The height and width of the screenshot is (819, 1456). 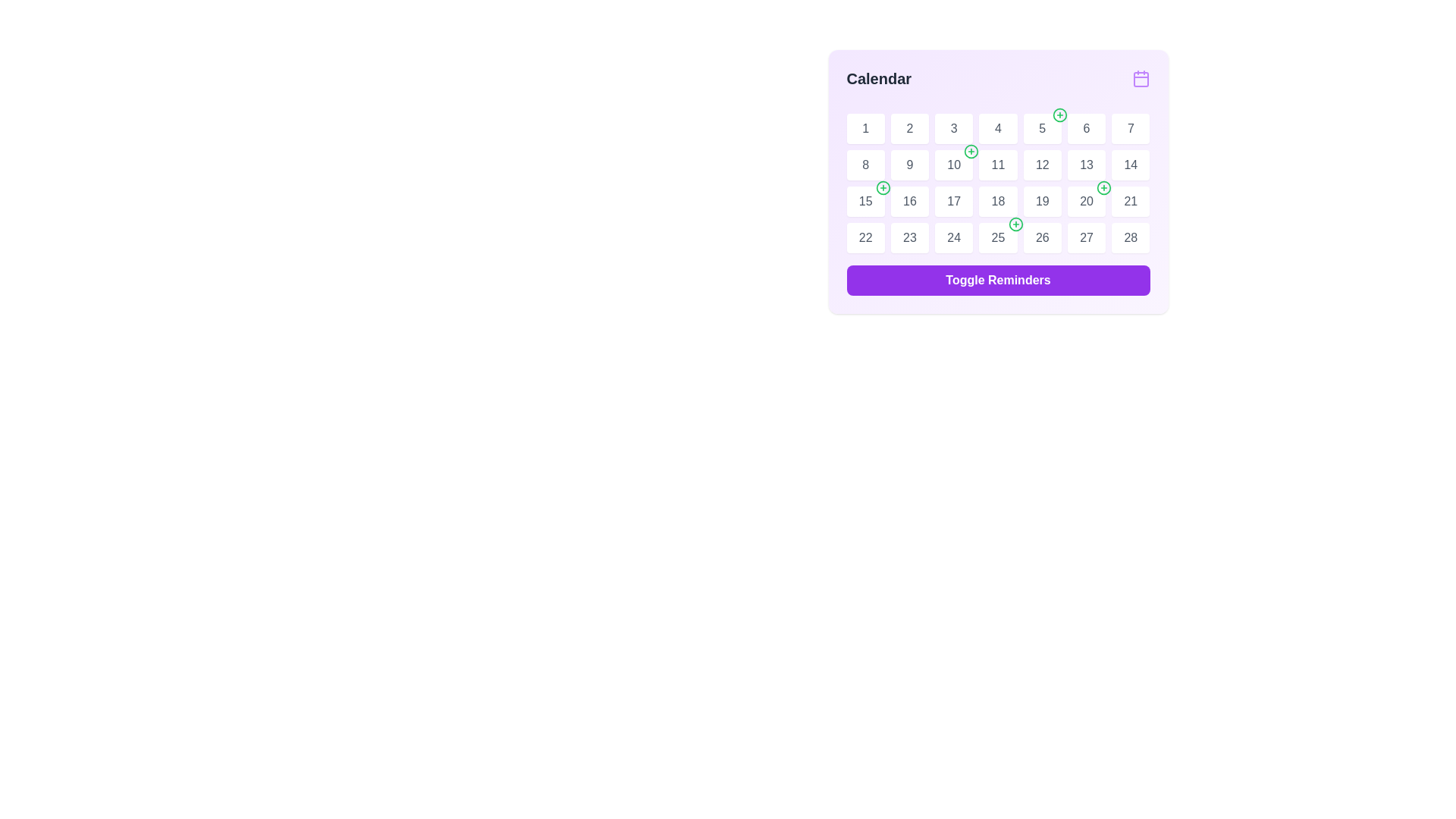 What do you see at coordinates (865, 165) in the screenshot?
I see `number '8' displayed in the text-based calendar tile, which is a white, rounded rectangular box located in the second row, first column of the calendar grid` at bounding box center [865, 165].